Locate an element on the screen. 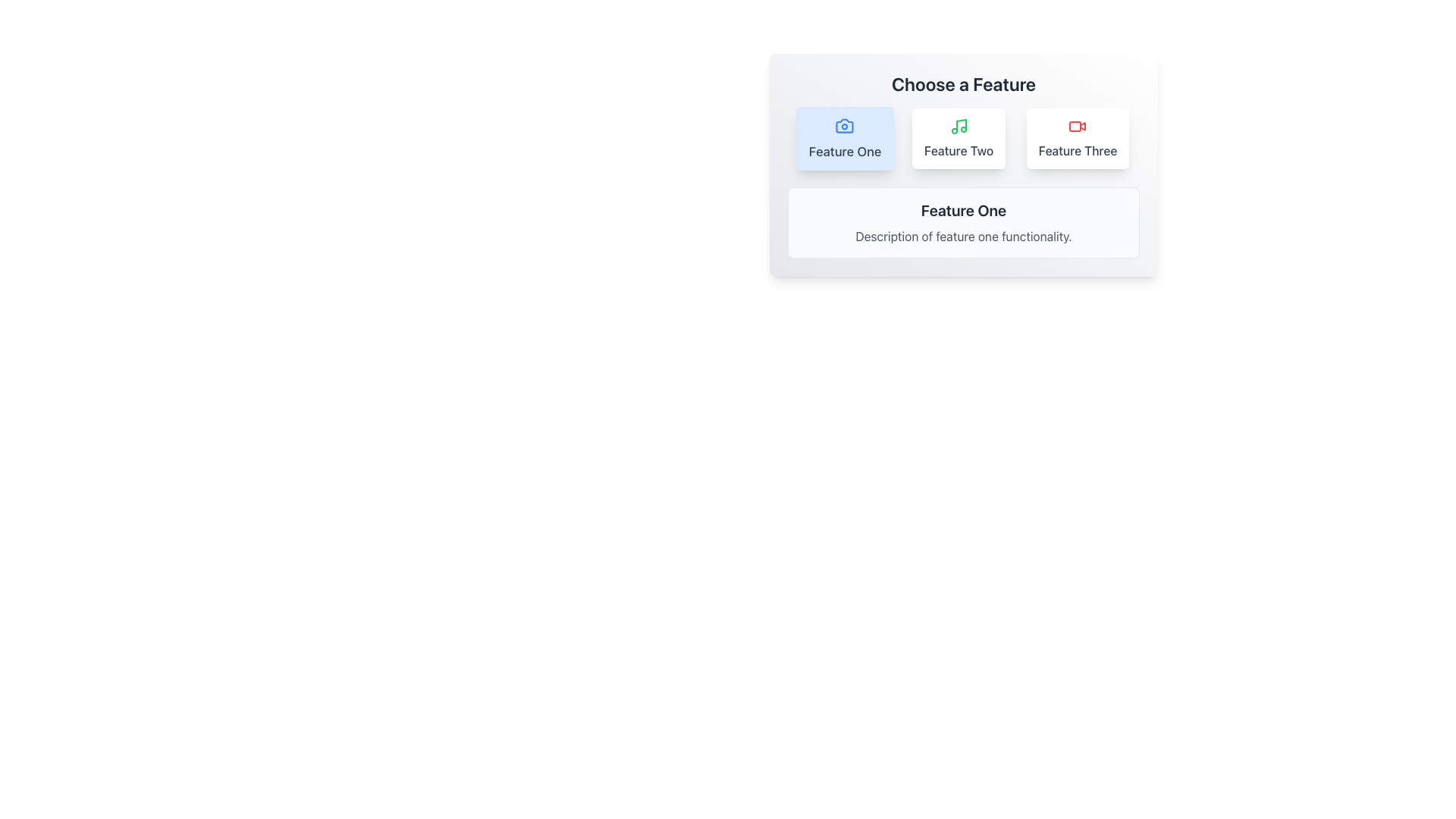 Image resolution: width=1456 pixels, height=819 pixels. the 'Feature One' button, which is the leftmost button styled with a light blue background and a camera icon above the text is located at coordinates (844, 138).